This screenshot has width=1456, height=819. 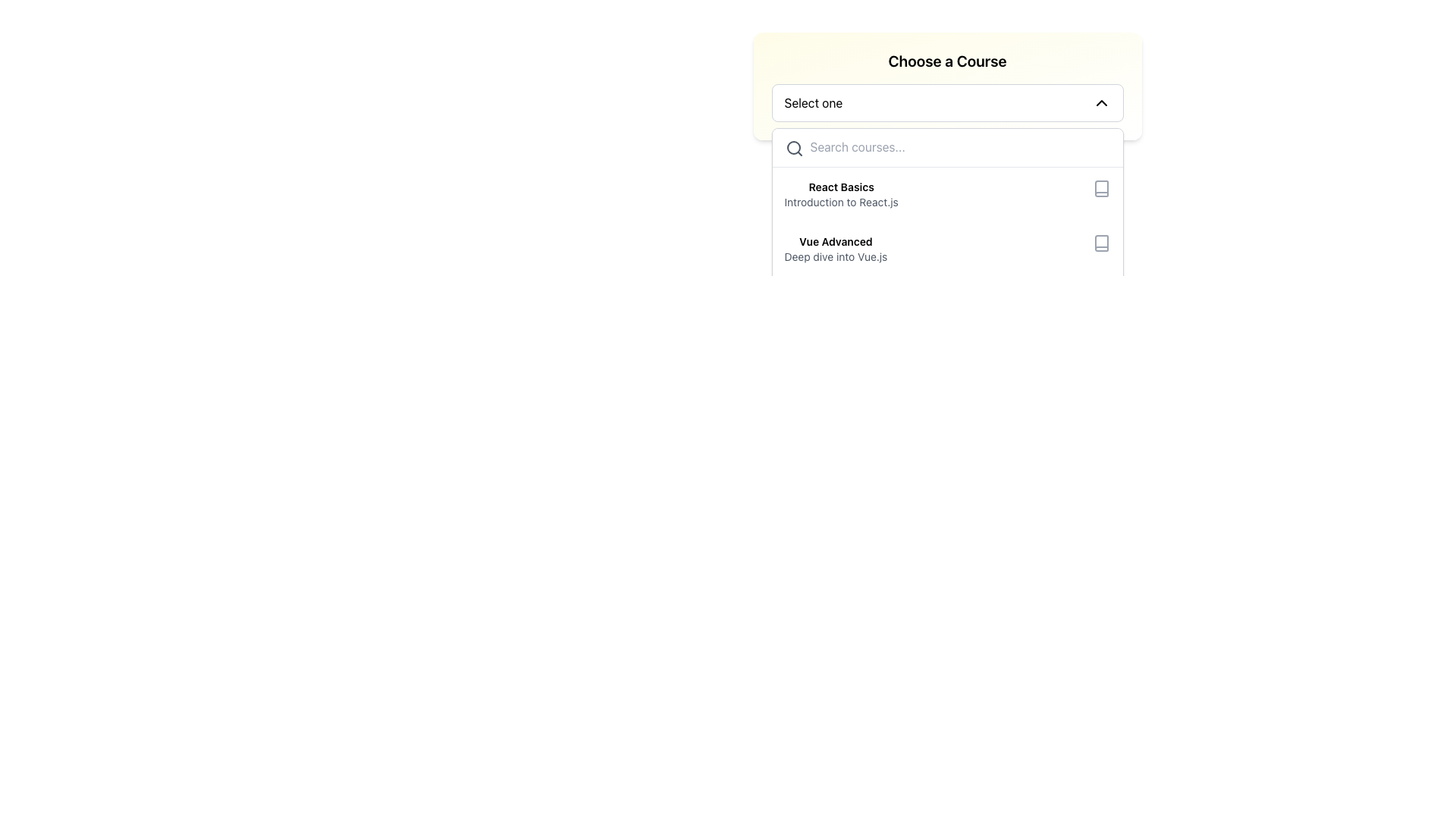 What do you see at coordinates (840, 186) in the screenshot?
I see `text content of the primary label for the course item in the dropdown menu, located at the top-left area under 'Choose a Course'` at bounding box center [840, 186].